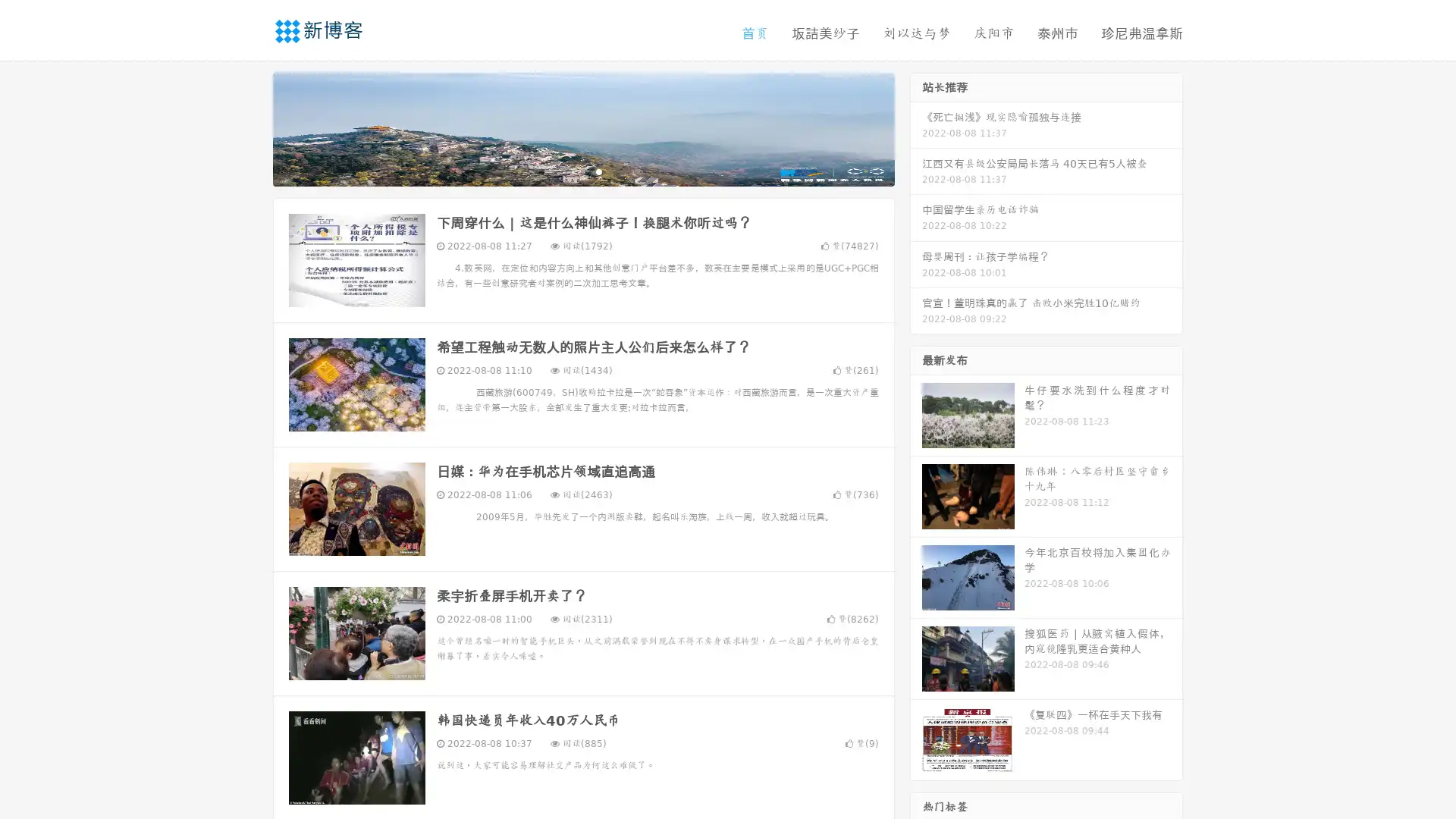 The width and height of the screenshot is (1456, 819). What do you see at coordinates (250, 127) in the screenshot?
I see `Previous slide` at bounding box center [250, 127].